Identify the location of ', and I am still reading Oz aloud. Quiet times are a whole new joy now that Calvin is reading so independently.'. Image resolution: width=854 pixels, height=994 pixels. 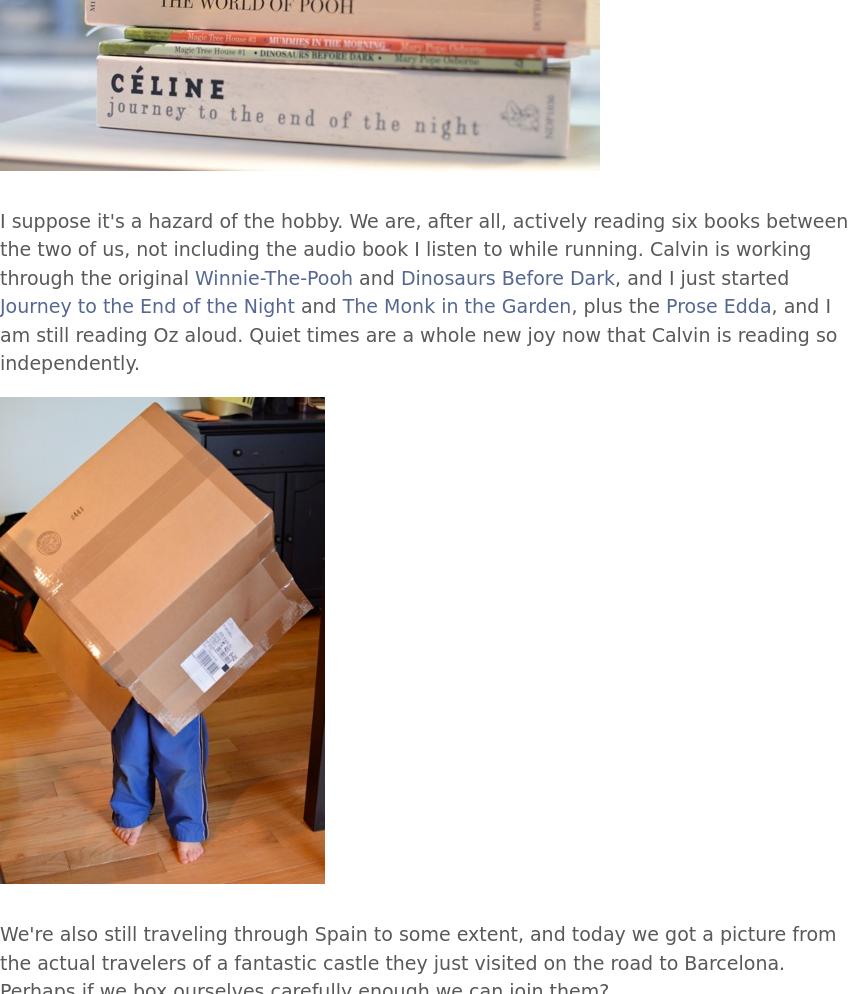
(418, 333).